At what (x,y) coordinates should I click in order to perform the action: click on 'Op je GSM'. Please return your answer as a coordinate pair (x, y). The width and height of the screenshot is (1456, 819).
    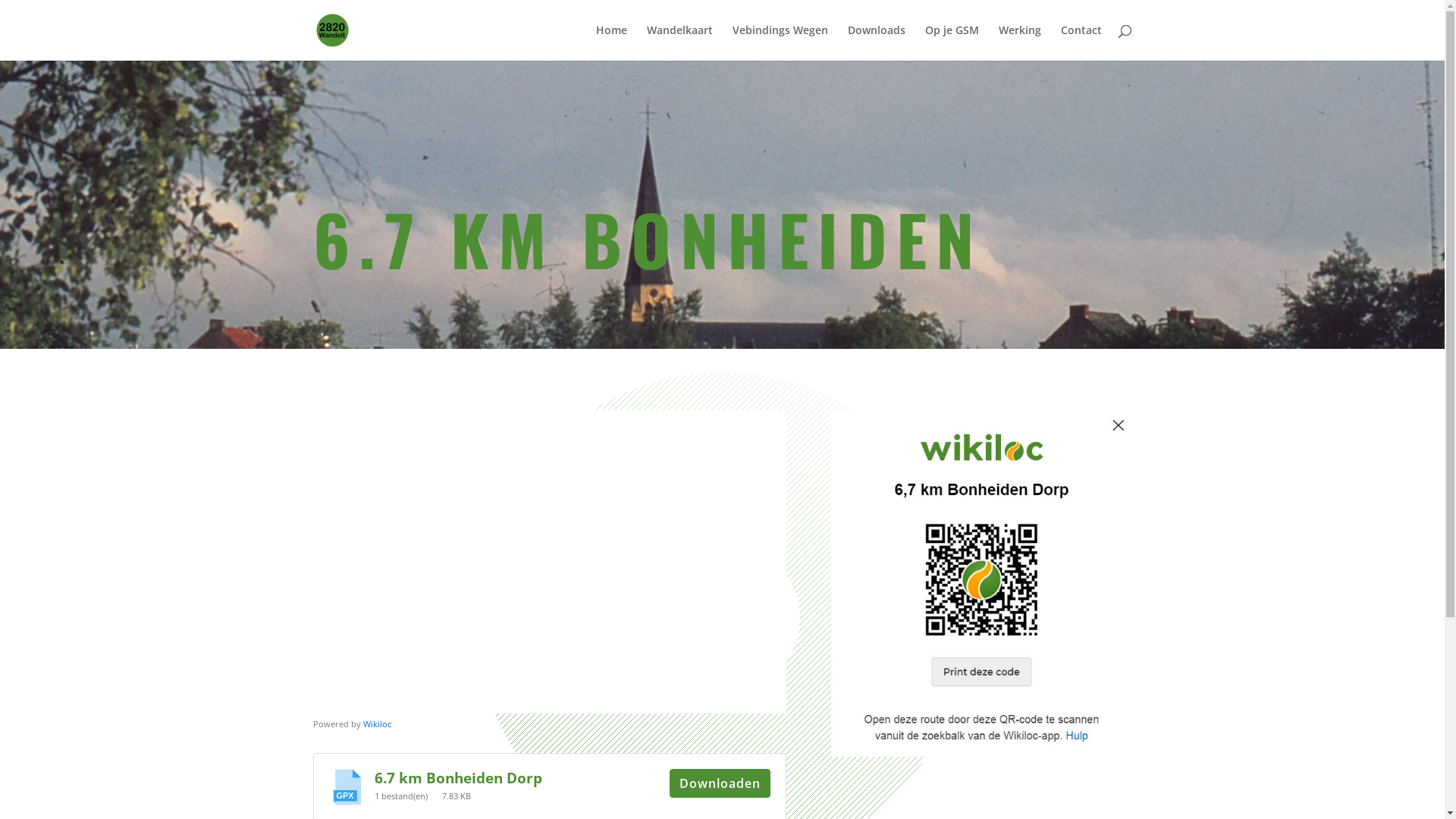
    Looking at the image, I should click on (951, 42).